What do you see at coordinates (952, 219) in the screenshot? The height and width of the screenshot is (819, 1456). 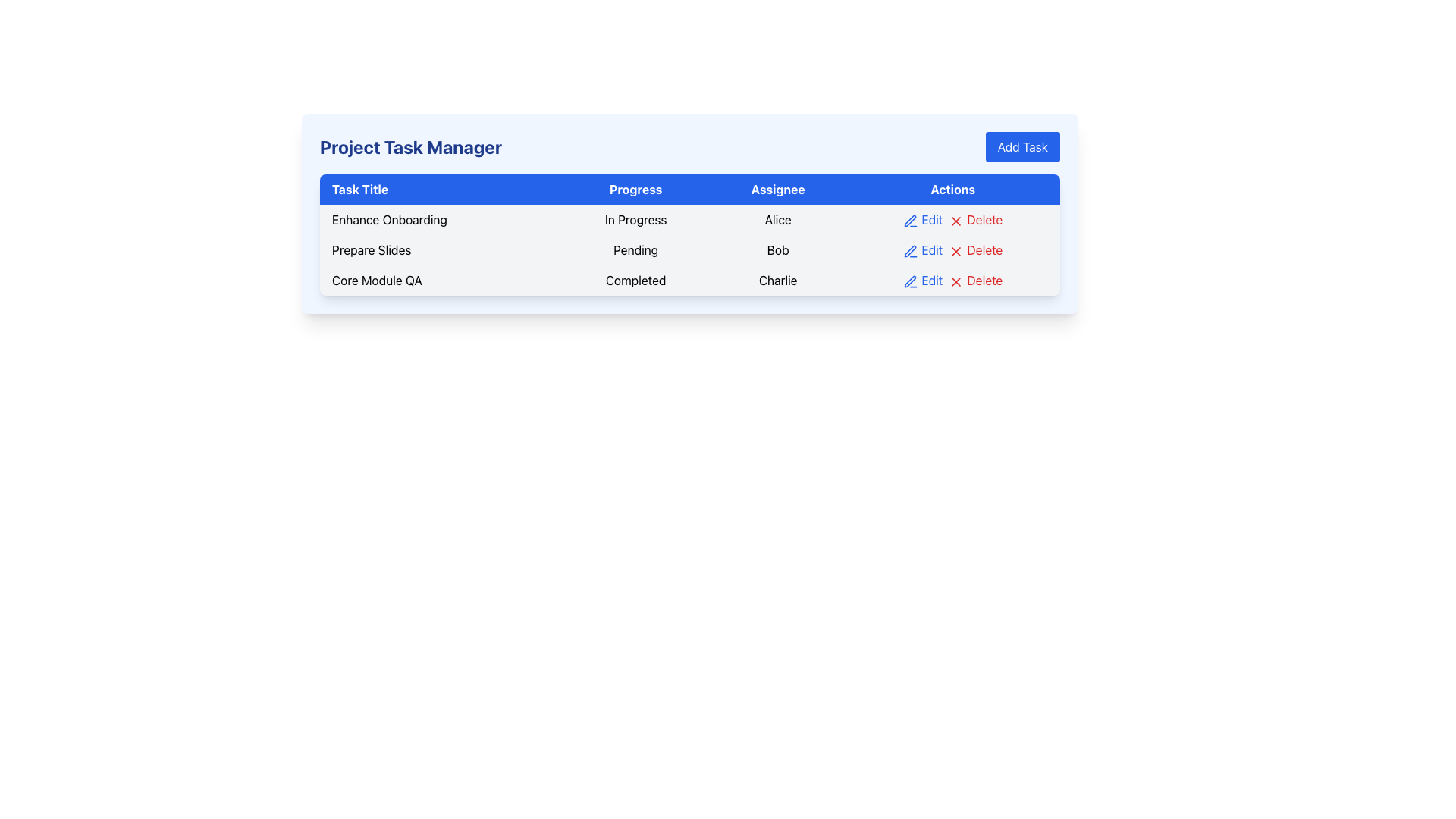 I see `the 'Delete' button in the Interactive element group for the task 'Enhance Onboarding' to confirm task removal` at bounding box center [952, 219].